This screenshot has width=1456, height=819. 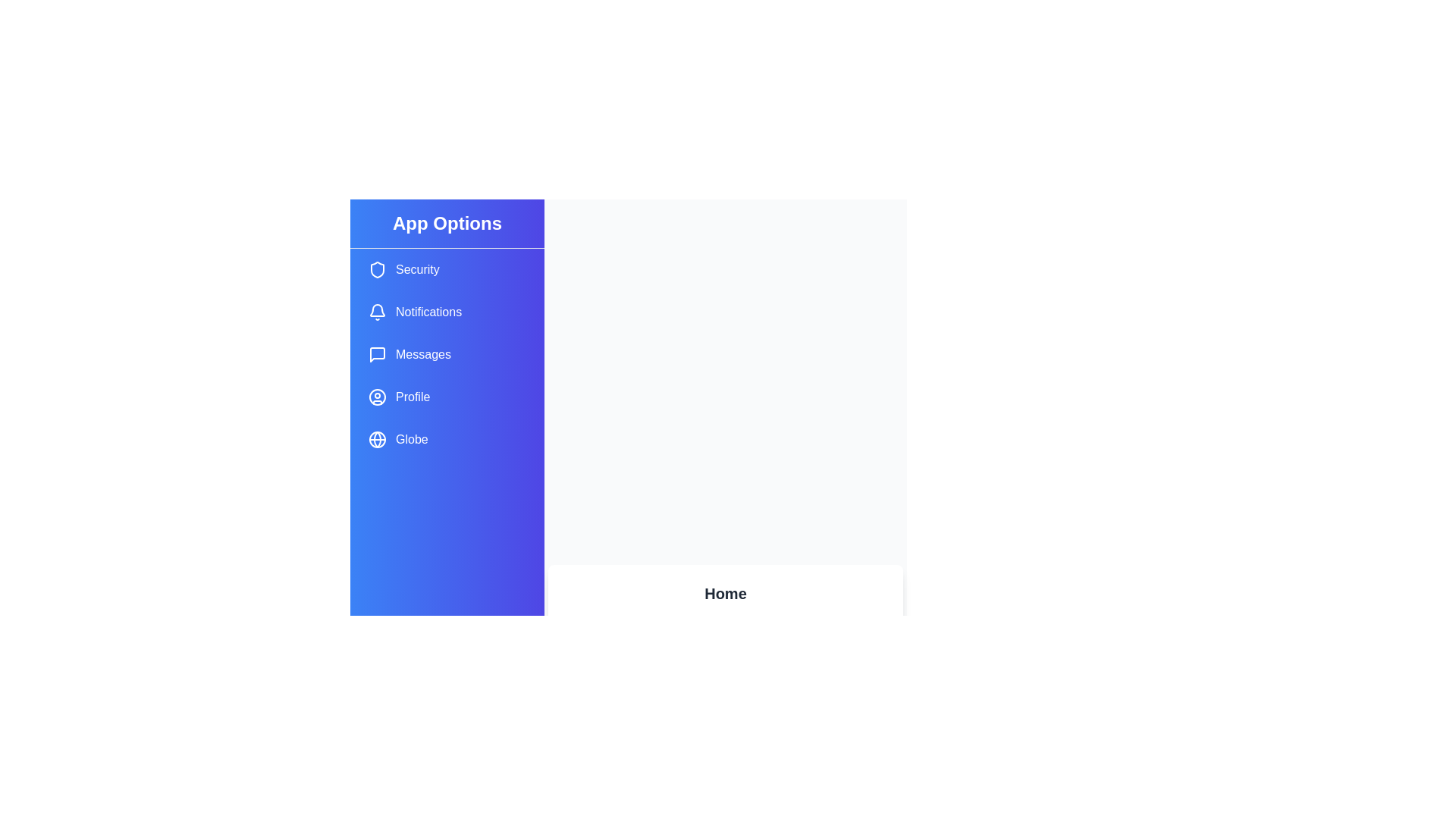 I want to click on the sidebar item corresponding to Globe, so click(x=447, y=439).